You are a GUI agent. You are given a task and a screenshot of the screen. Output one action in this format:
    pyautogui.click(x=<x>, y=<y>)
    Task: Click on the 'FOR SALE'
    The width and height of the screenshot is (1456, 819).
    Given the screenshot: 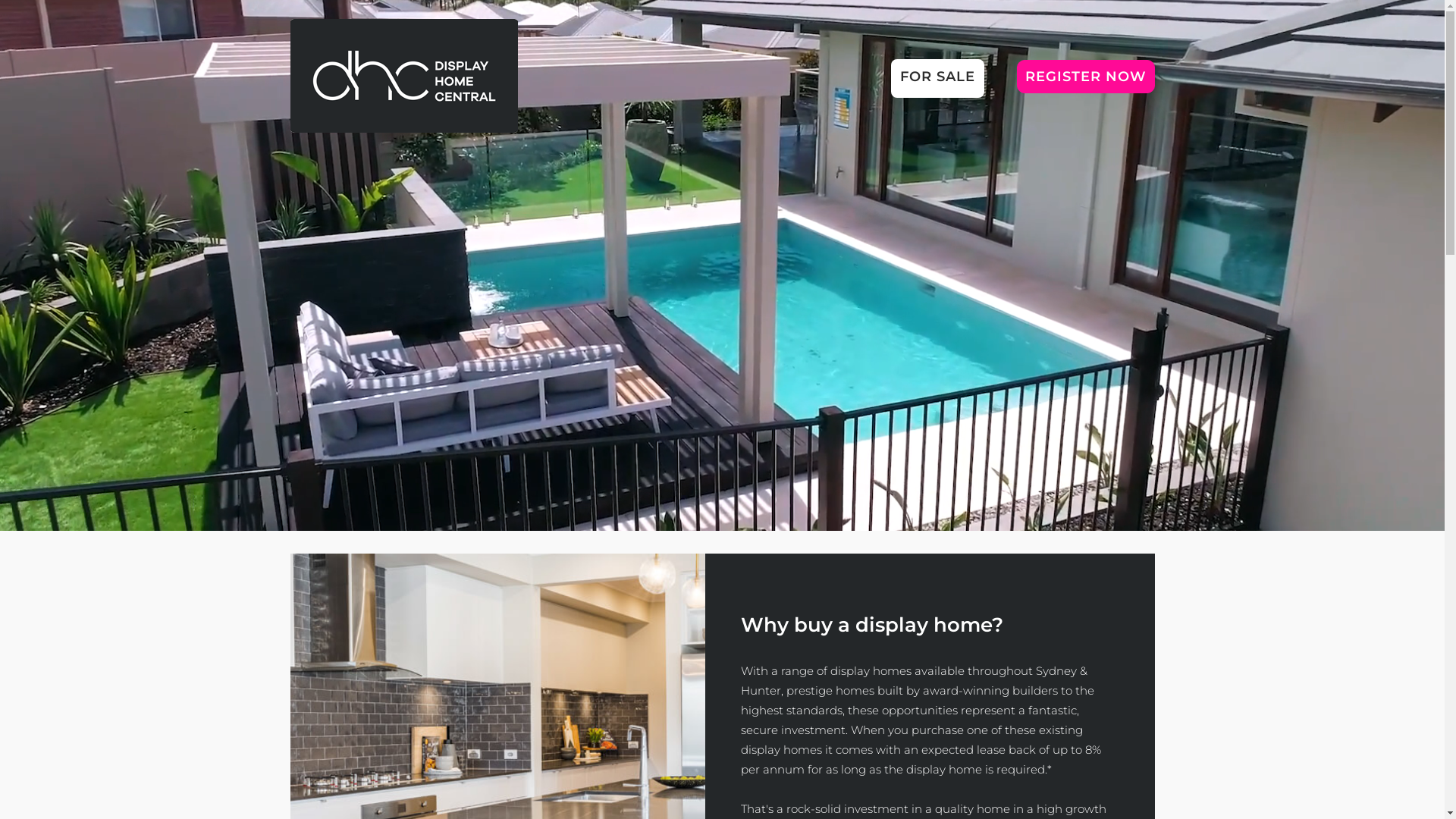 What is the action you would take?
    pyautogui.click(x=899, y=78)
    